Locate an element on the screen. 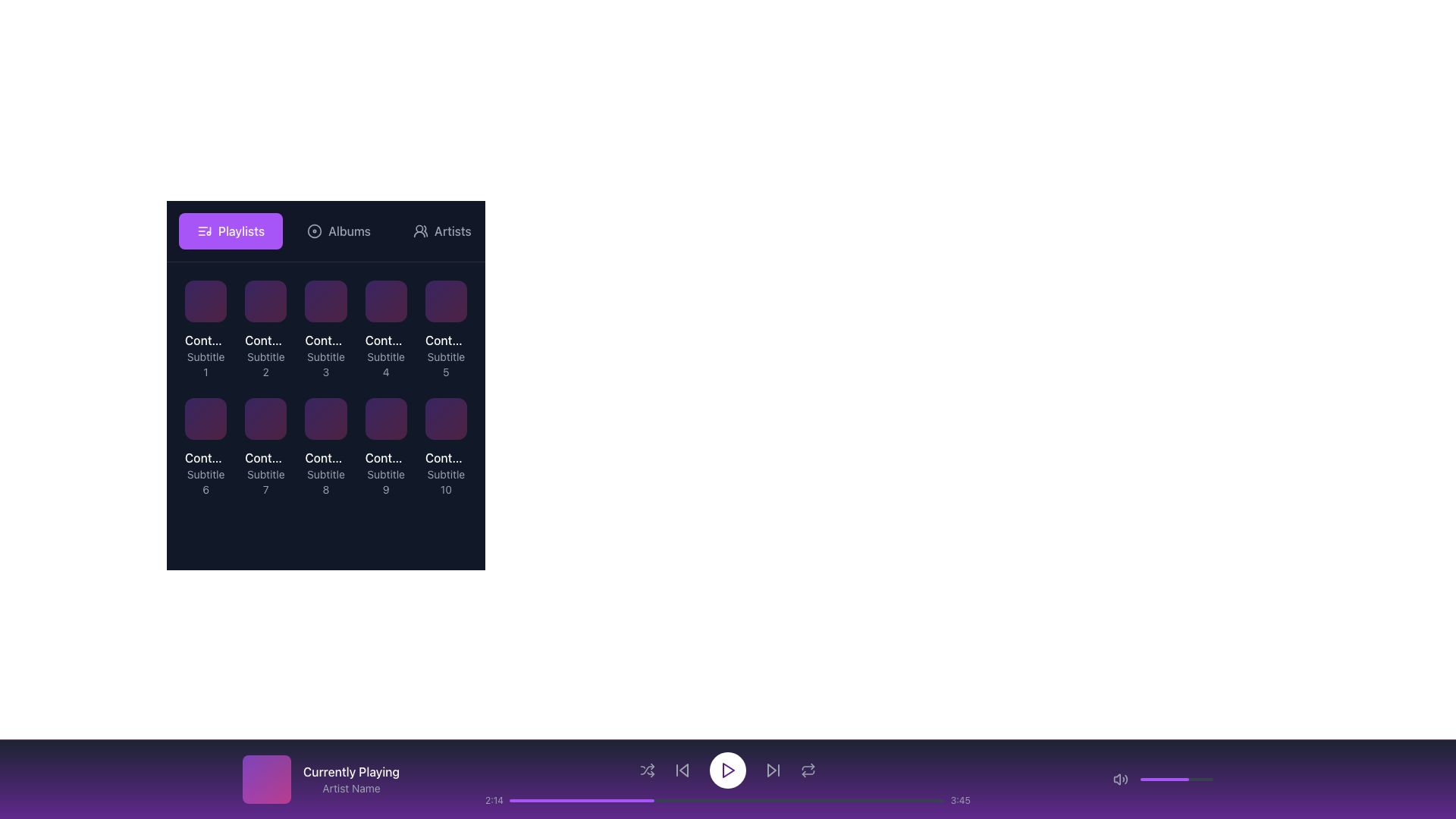  the leftward pointing button icon, which is gray by default and transitions to white when hovered, located in the player control panel with a purple background, specifically the second element from the left is located at coordinates (682, 770).